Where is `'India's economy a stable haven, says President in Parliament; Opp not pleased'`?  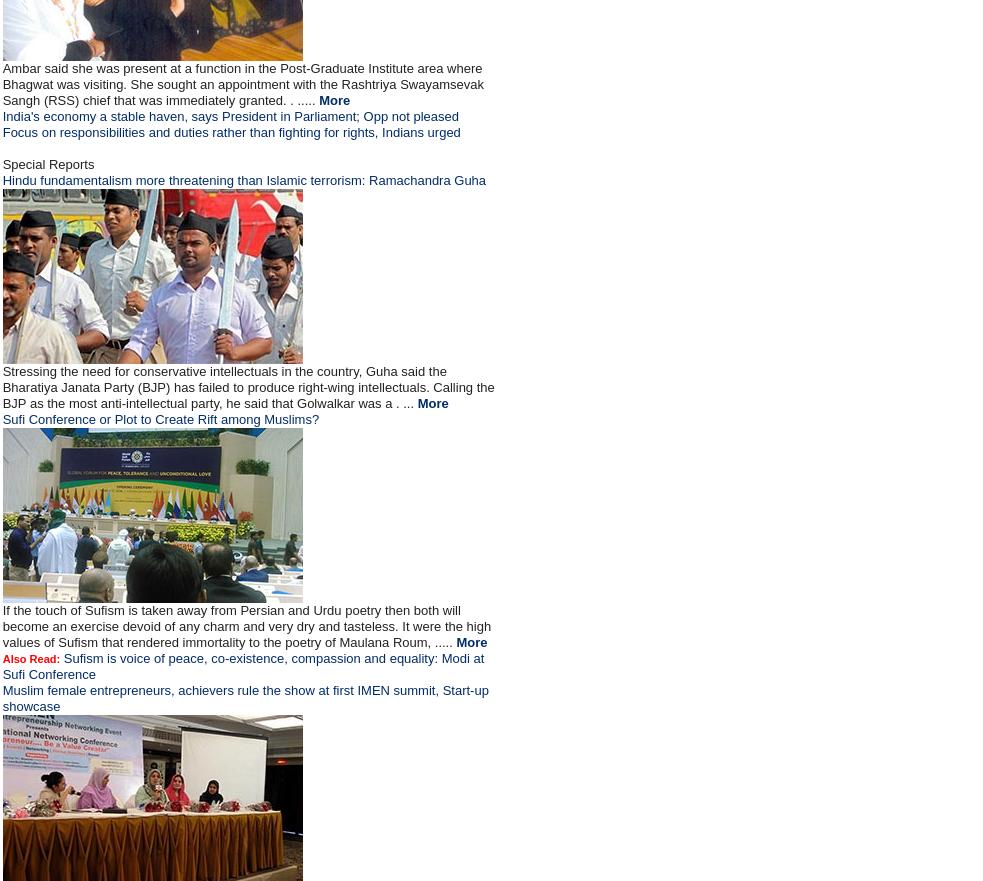
'India's economy a stable haven, says President in Parliament; Opp not pleased' is located at coordinates (230, 116).